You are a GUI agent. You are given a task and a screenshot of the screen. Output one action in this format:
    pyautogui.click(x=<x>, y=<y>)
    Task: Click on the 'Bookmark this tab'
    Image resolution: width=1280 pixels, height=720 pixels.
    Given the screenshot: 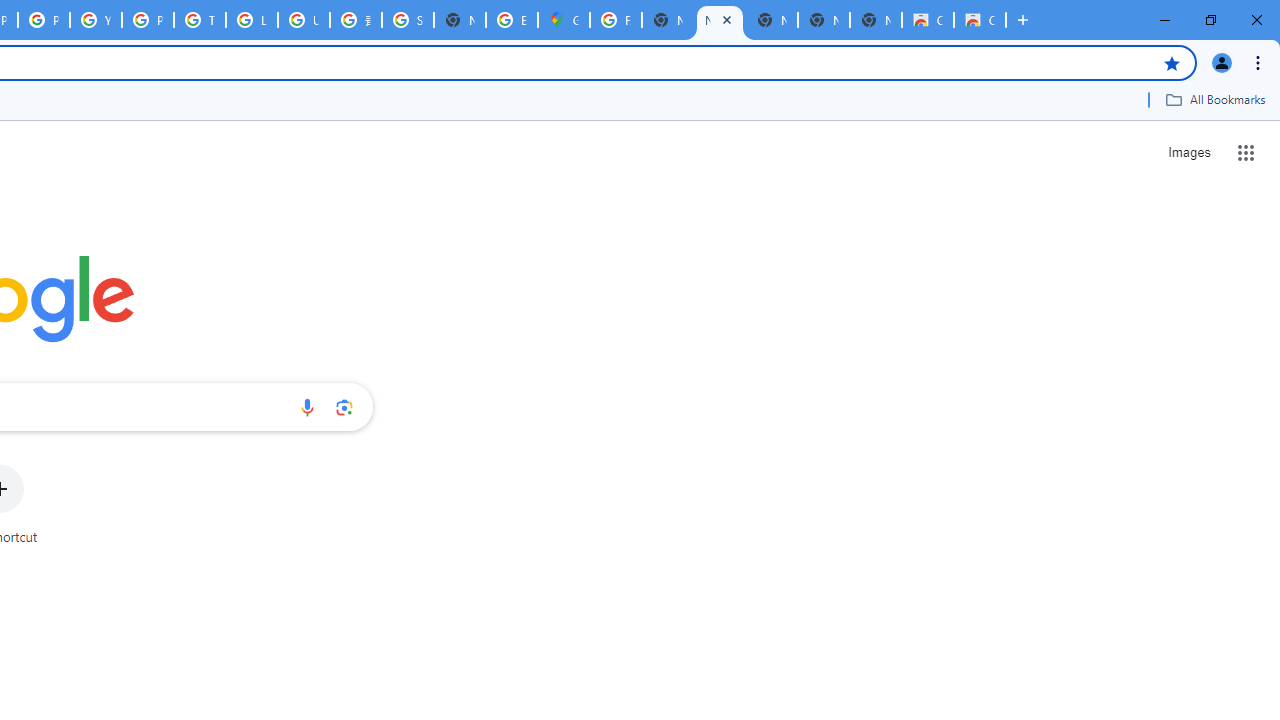 What is the action you would take?
    pyautogui.click(x=1171, y=61)
    